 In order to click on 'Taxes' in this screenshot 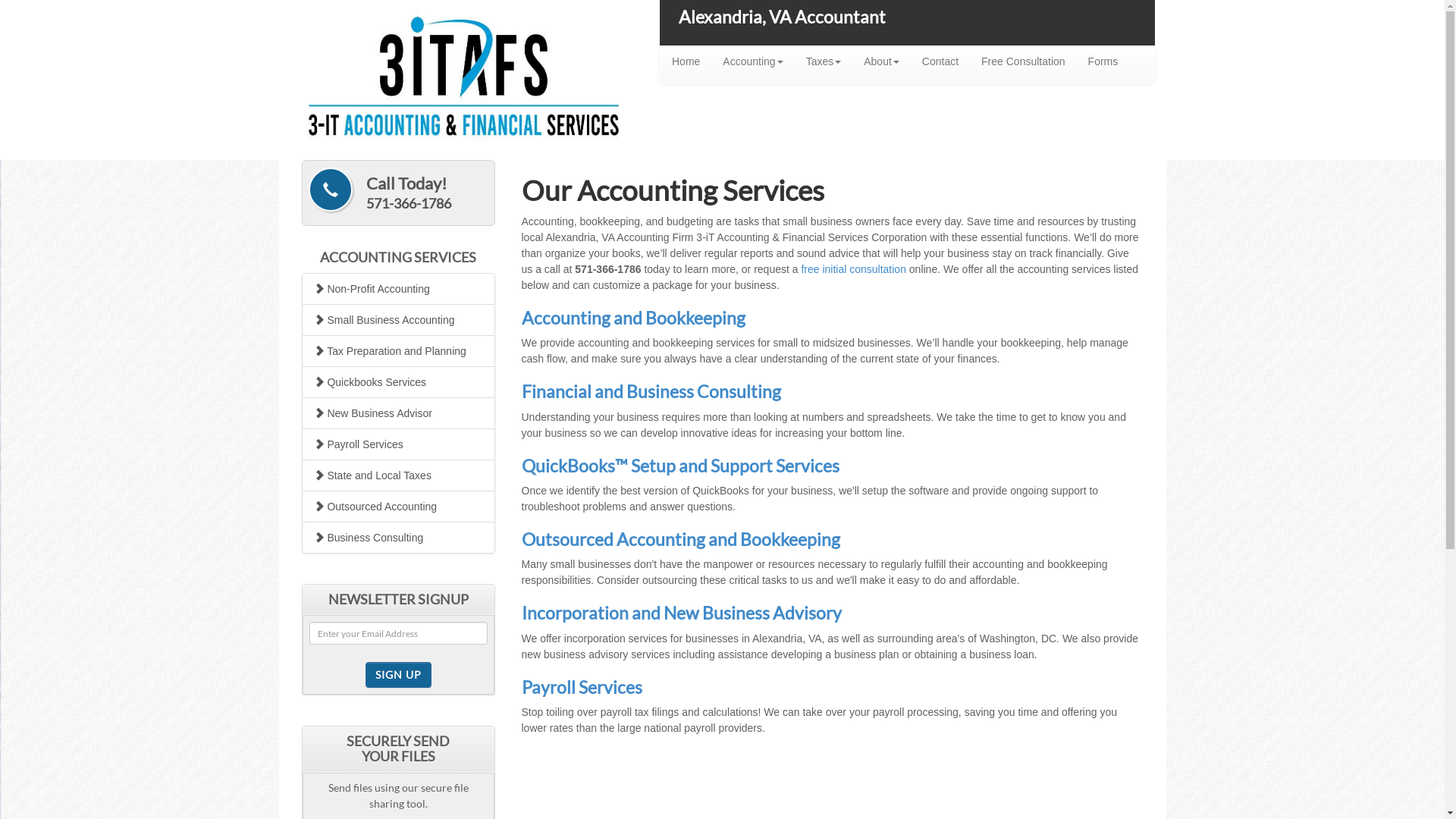, I will do `click(823, 61)`.